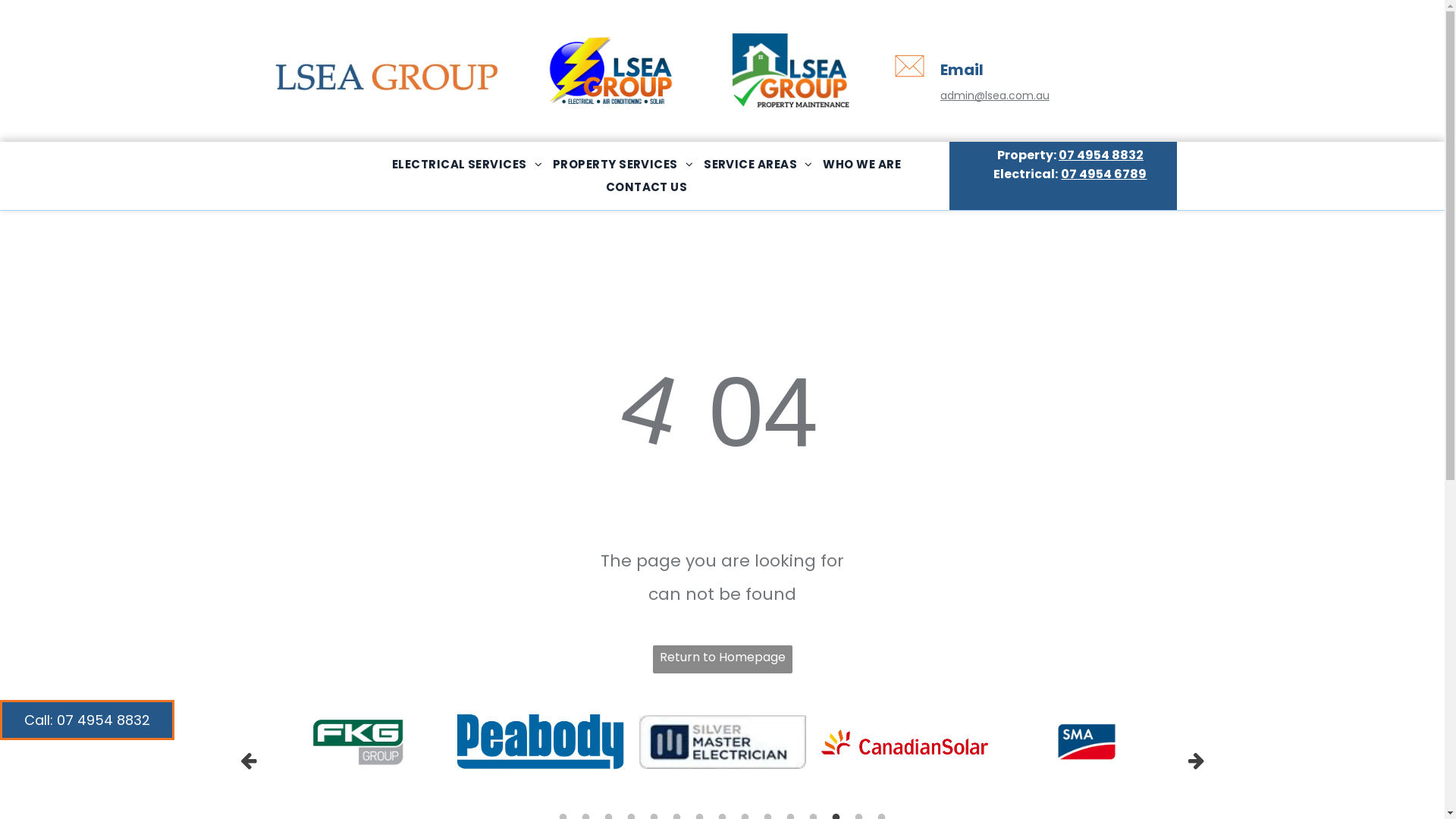 This screenshot has width=1456, height=819. Describe the element at coordinates (819, 741) in the screenshot. I see `'https://www.canadiansolar.com/'` at that location.